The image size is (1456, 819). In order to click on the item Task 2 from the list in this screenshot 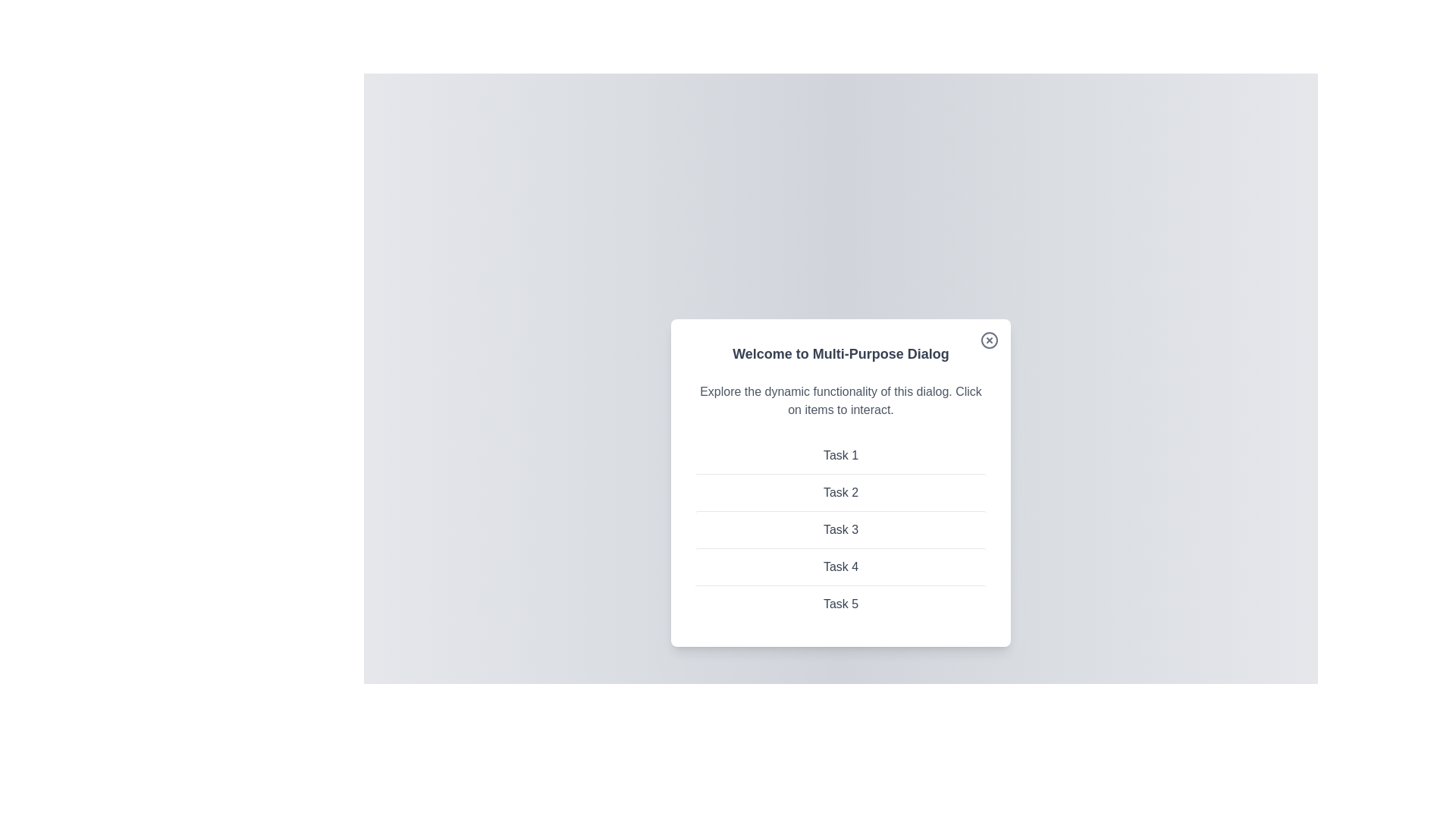, I will do `click(839, 492)`.